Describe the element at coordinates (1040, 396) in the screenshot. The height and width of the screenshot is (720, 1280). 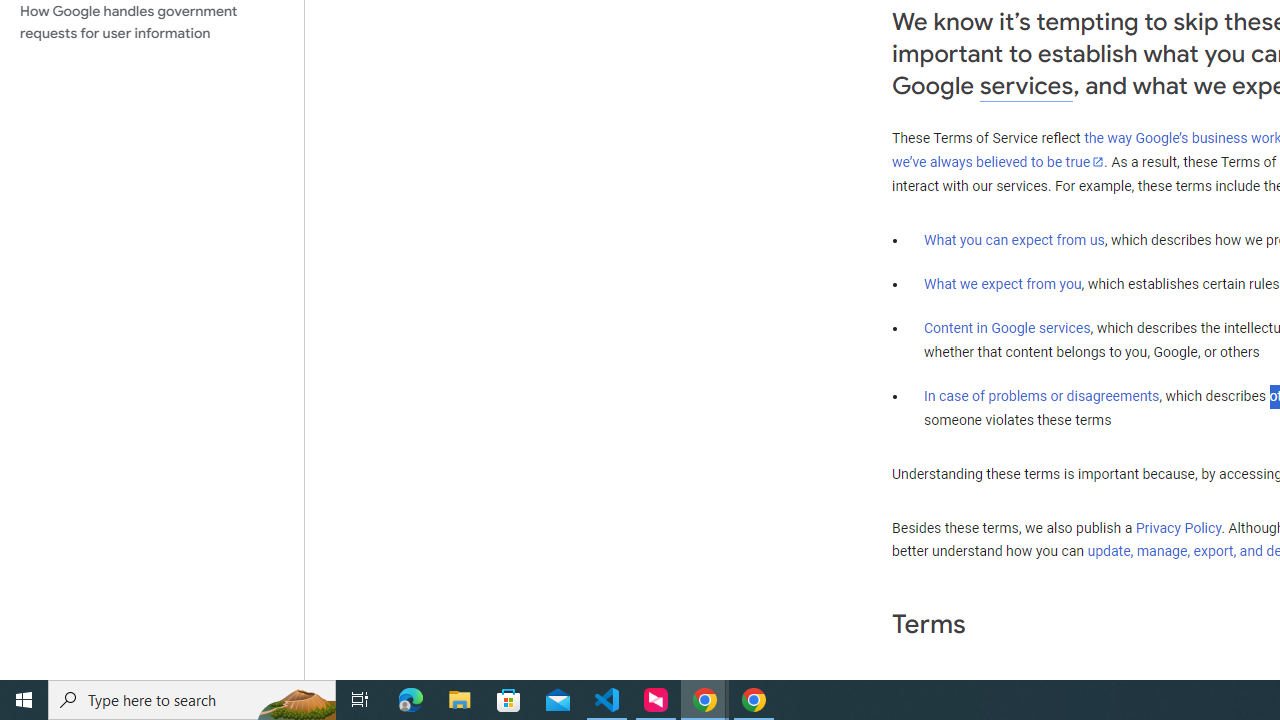
I see `'In case of problems or disagreements'` at that location.